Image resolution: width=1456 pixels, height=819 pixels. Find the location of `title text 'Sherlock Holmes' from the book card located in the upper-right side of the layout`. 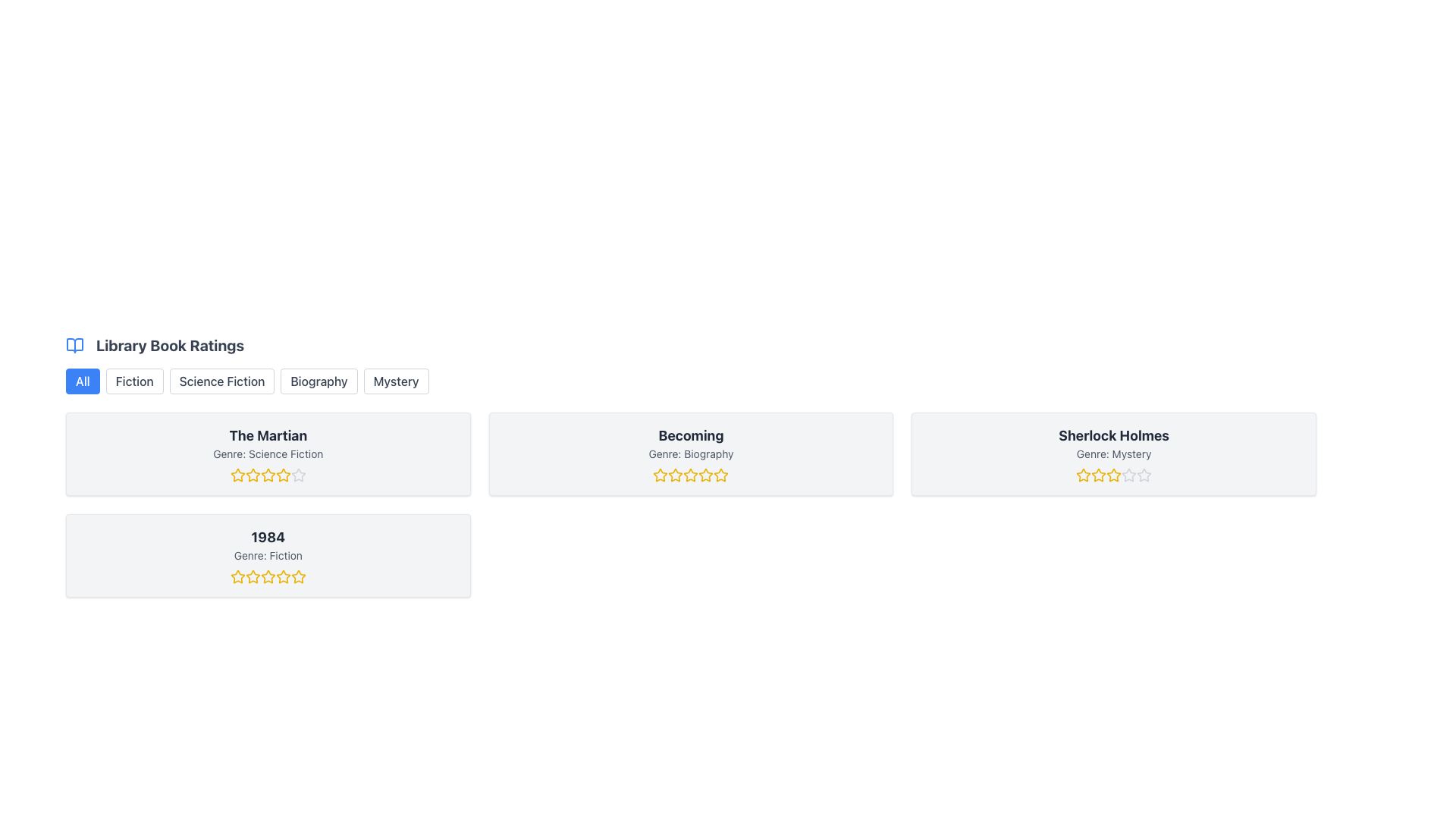

title text 'Sherlock Holmes' from the book card located in the upper-right side of the layout is located at coordinates (1114, 435).